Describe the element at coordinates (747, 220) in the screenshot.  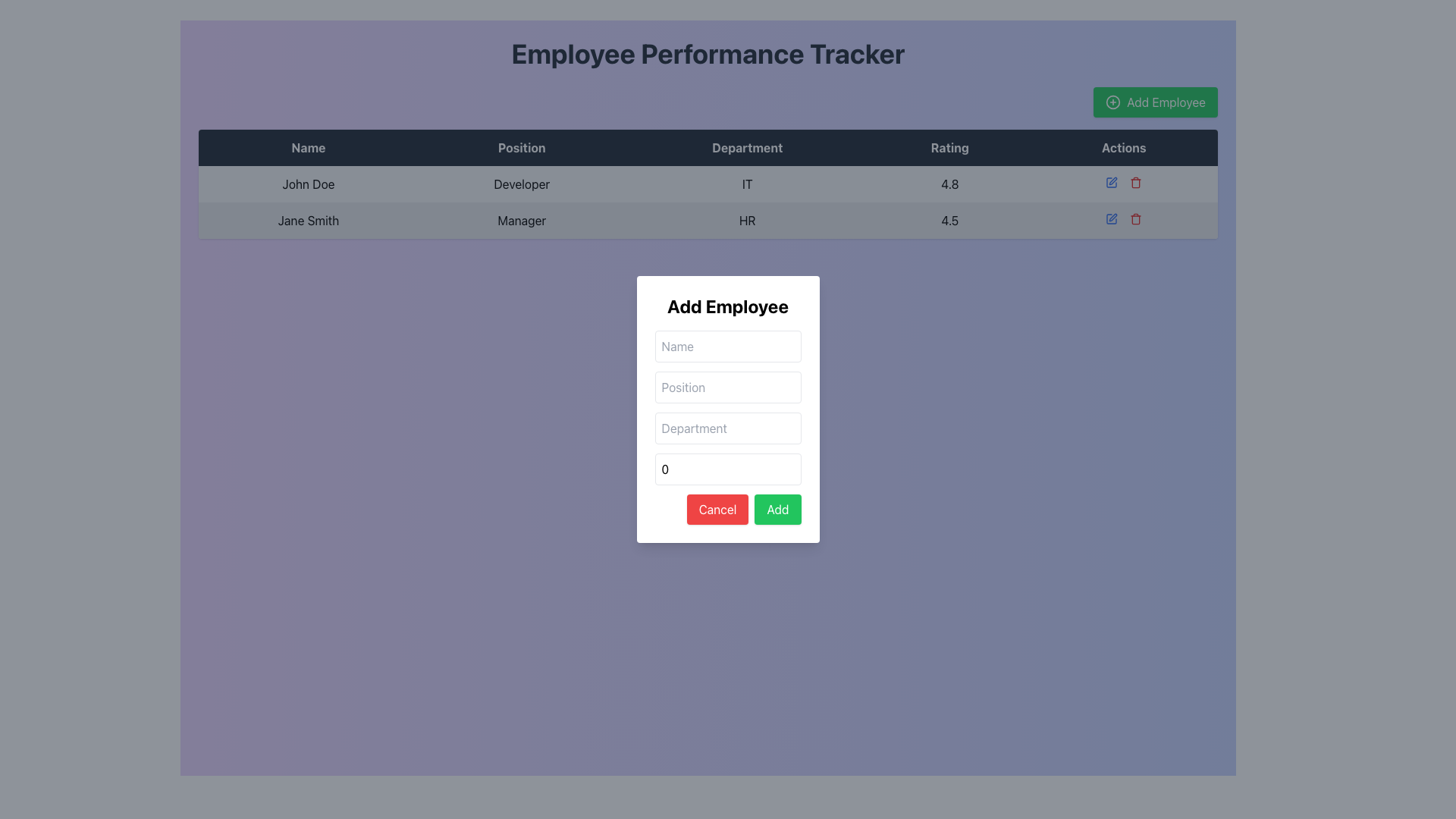
I see `the static table cell displaying 'HR' which is located in the second row under the 'Department' column` at that location.